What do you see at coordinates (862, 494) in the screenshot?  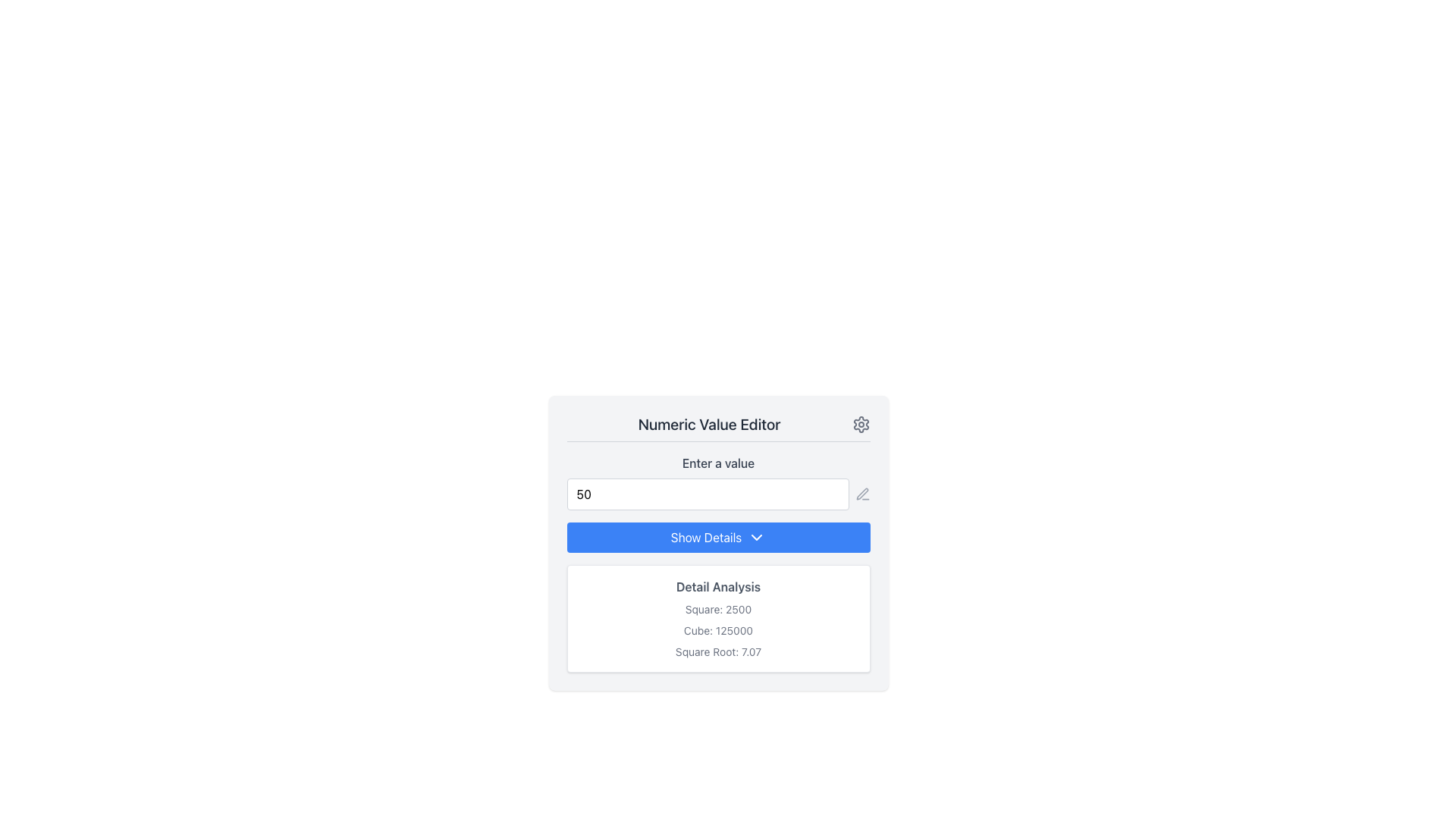 I see `the stylized pencil icon located near the top-right corner of the Numeric Value Editor to initiate editing` at bounding box center [862, 494].